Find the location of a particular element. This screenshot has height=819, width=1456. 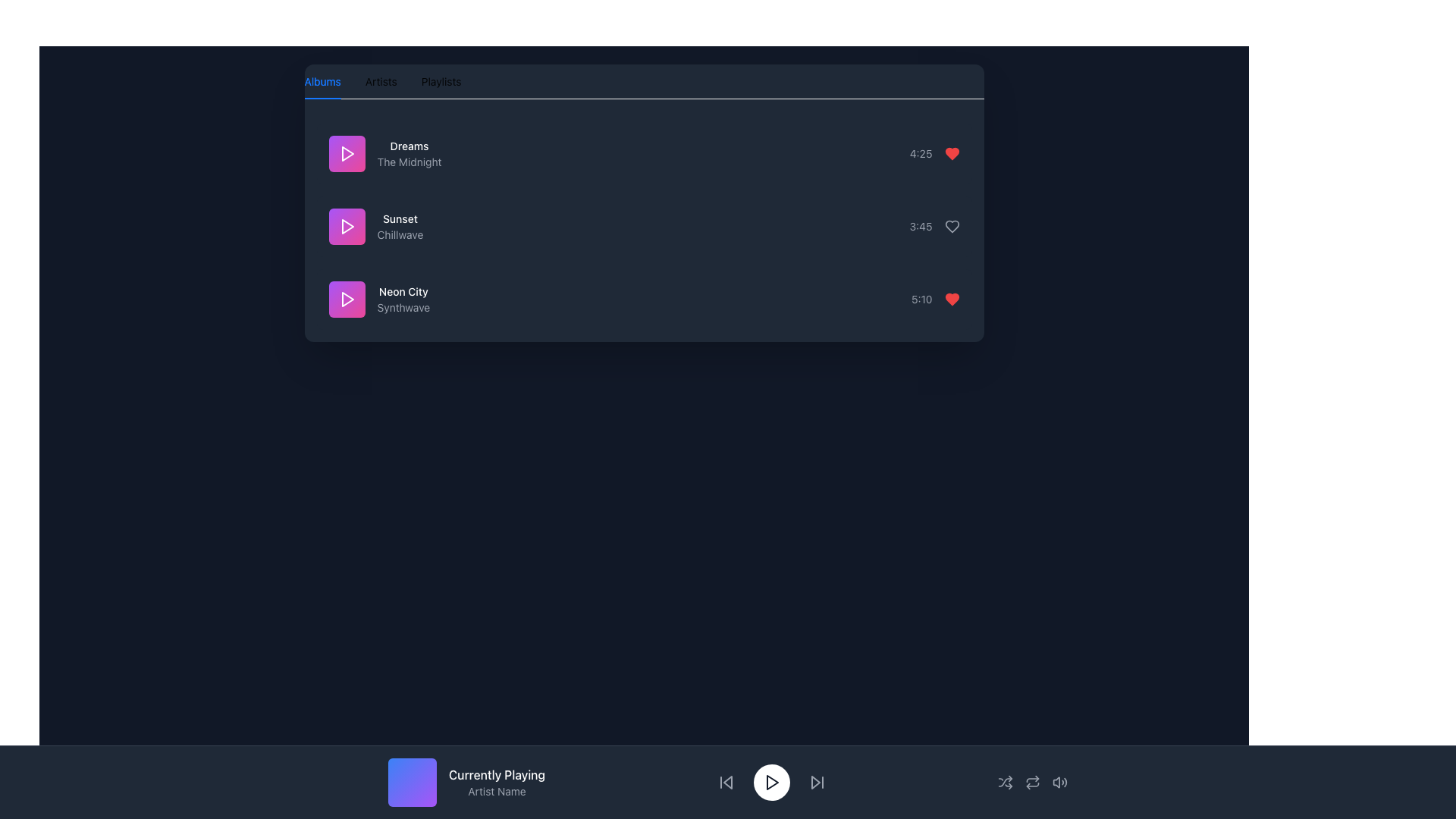

the text display component showing 'Dreams' above 'The Midnight' is located at coordinates (385, 154).